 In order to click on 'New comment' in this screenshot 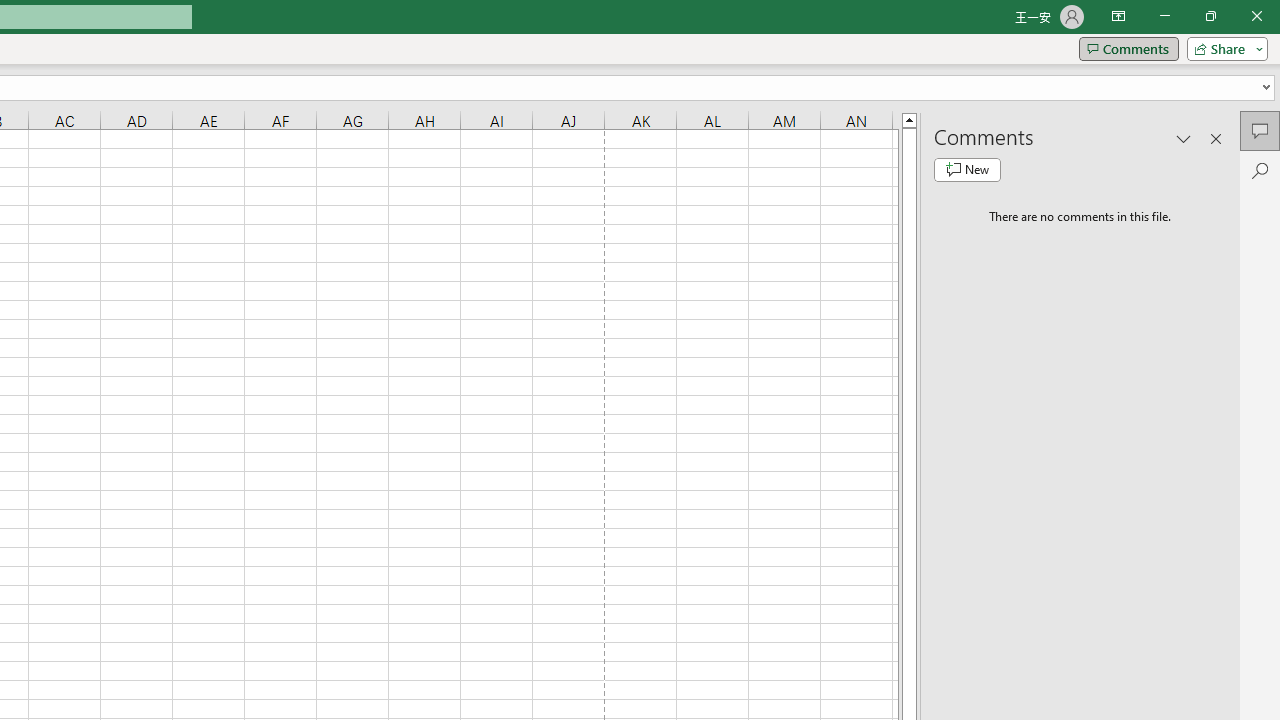, I will do `click(967, 168)`.